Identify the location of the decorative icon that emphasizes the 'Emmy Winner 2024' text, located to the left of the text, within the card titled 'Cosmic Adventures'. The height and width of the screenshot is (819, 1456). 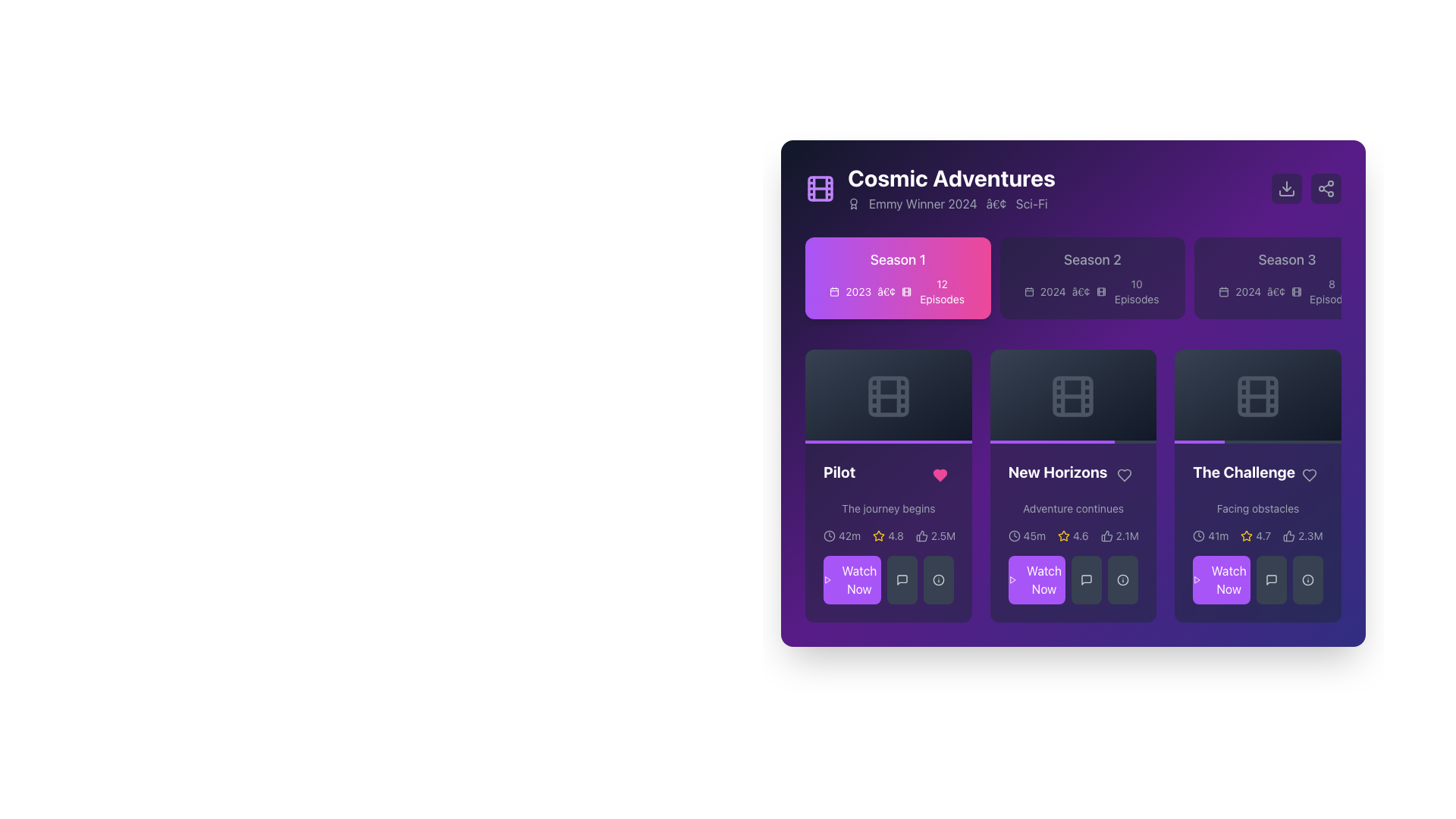
(854, 203).